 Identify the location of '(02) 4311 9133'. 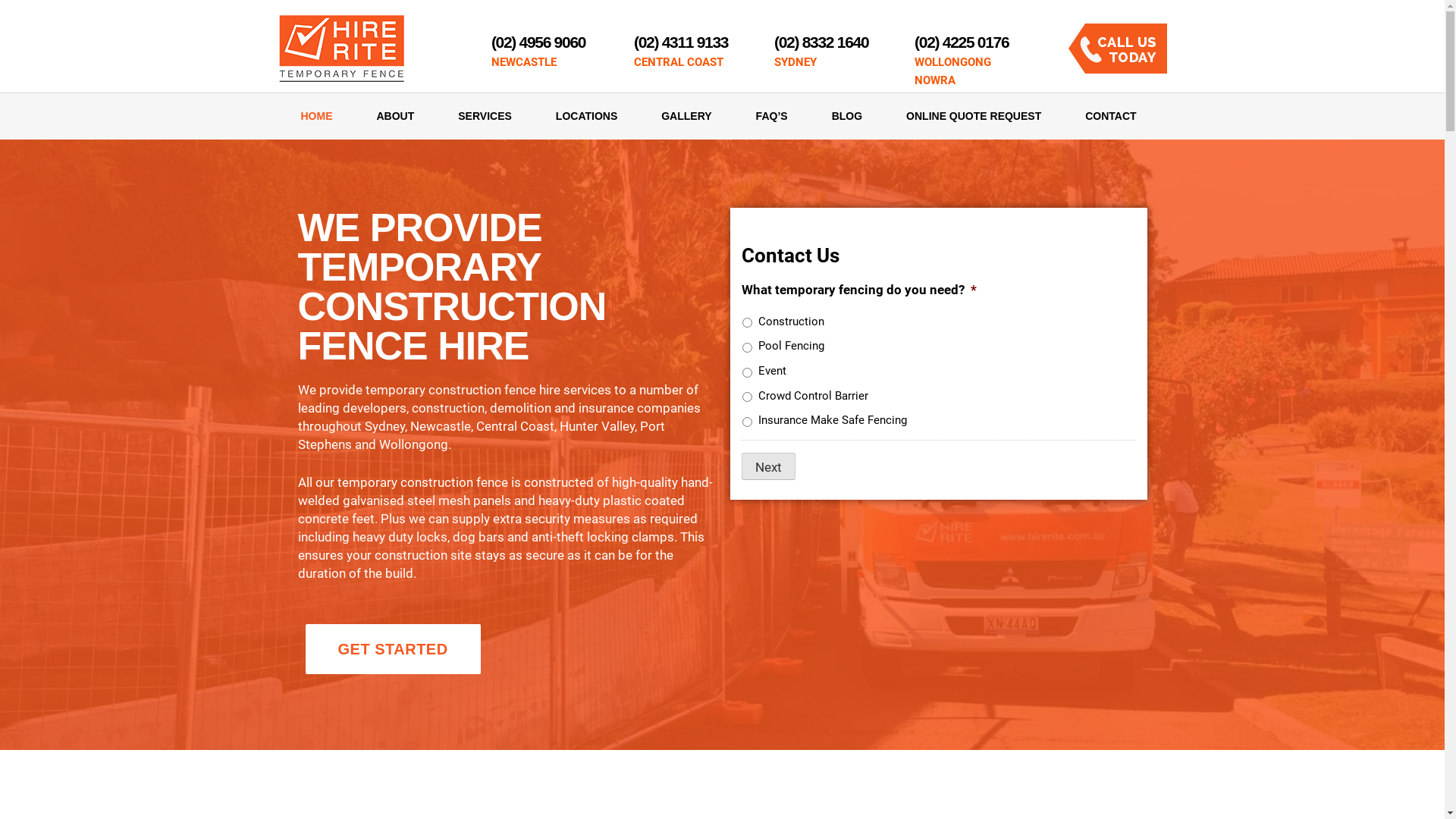
(633, 41).